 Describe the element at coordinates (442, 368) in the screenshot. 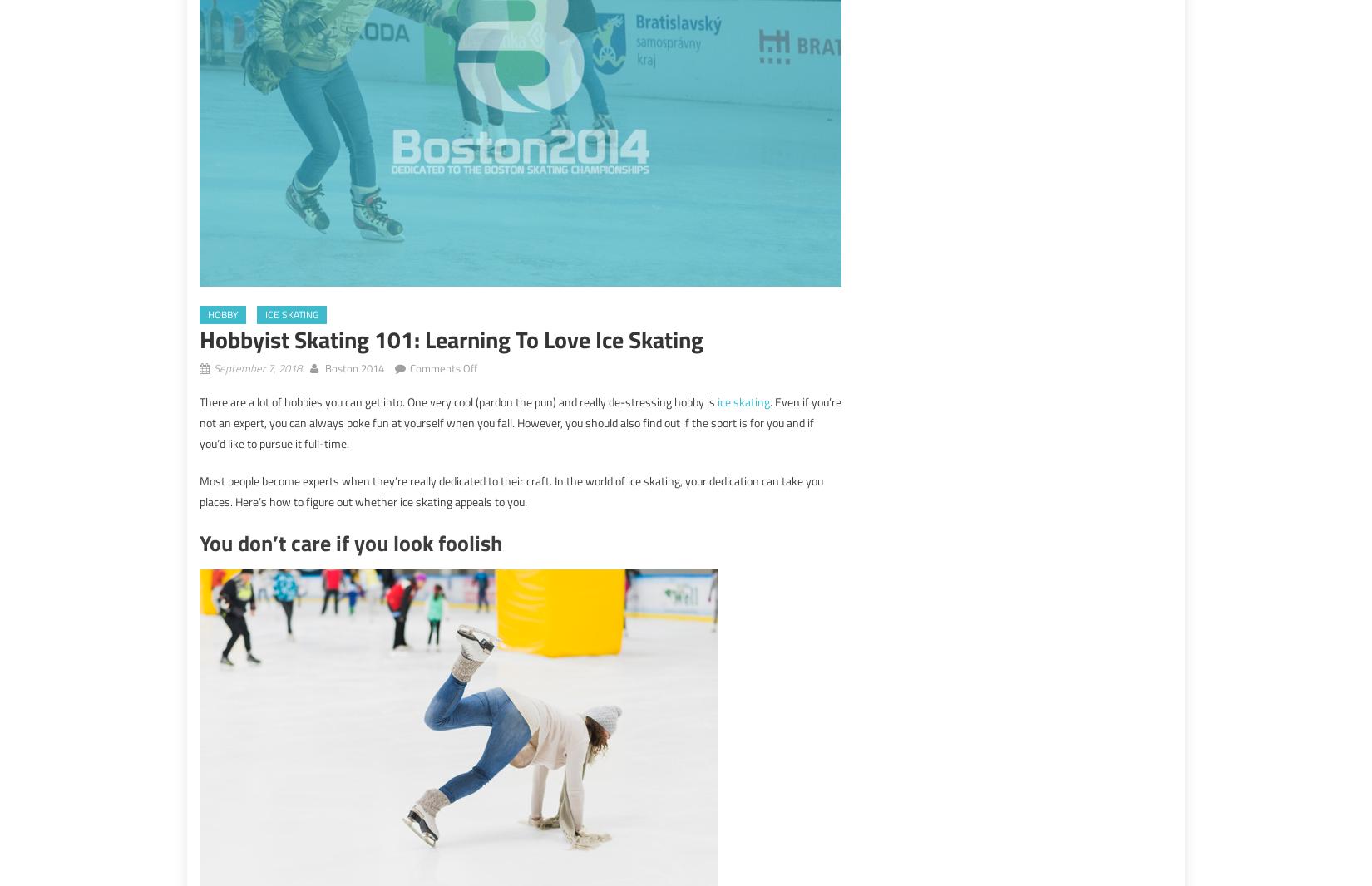

I see `'Comments Off'` at that location.